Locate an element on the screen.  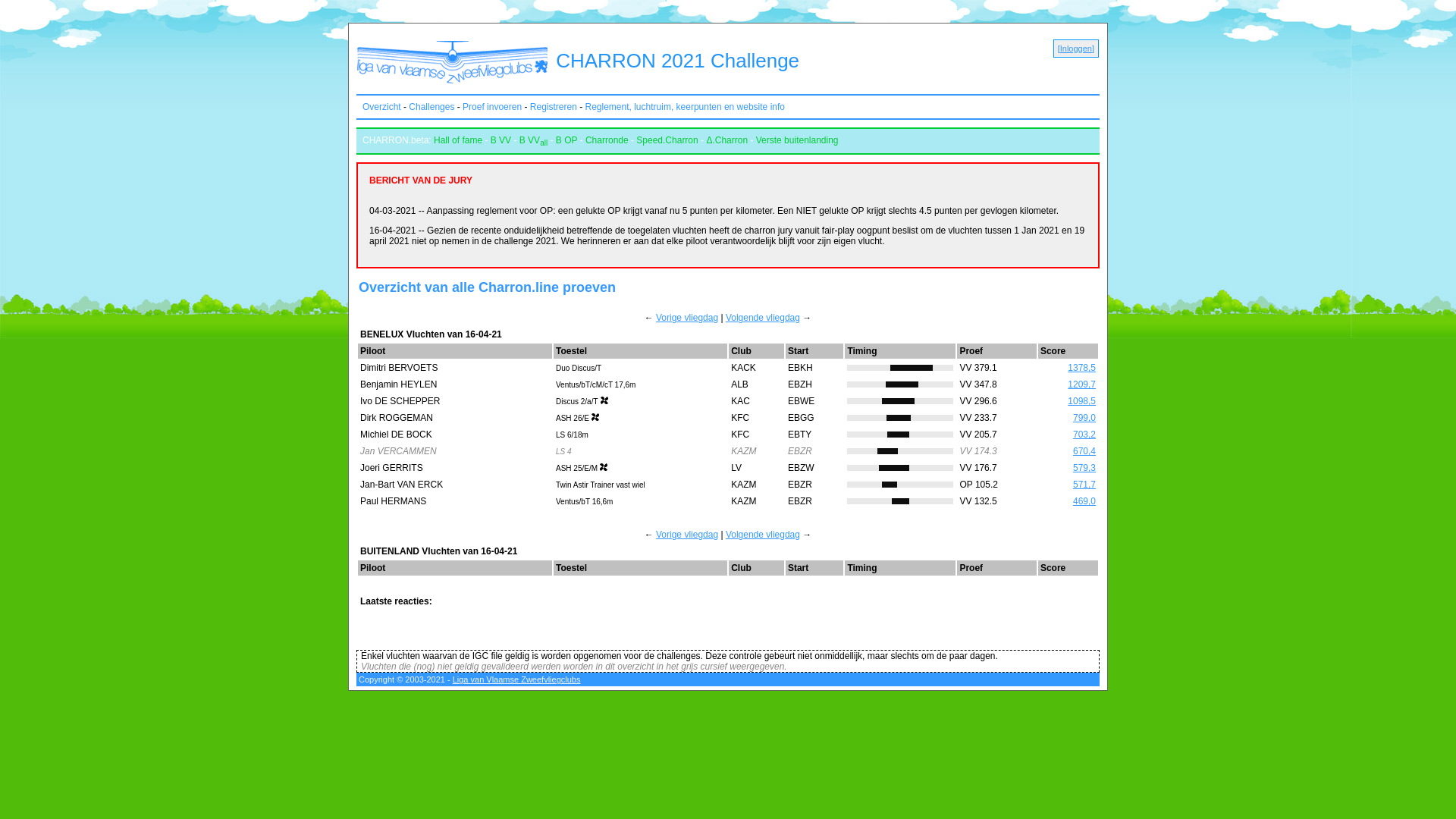
'Begin tijdsbalk: 6:00 UTC, Einde tijdsbalk: 20:00 UTC' is located at coordinates (899, 418).